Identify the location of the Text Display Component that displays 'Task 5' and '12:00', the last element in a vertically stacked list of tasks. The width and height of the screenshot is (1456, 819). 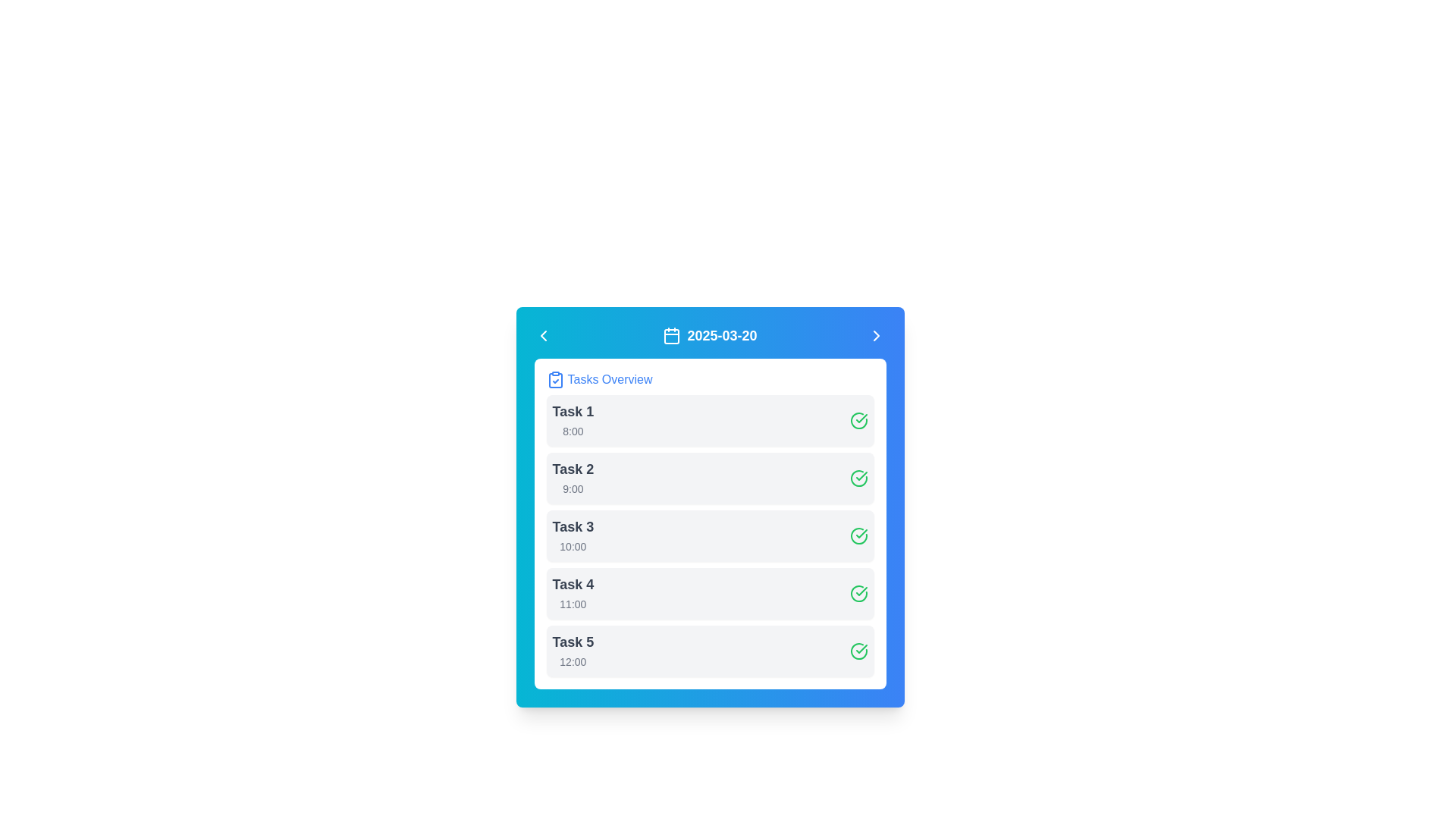
(572, 651).